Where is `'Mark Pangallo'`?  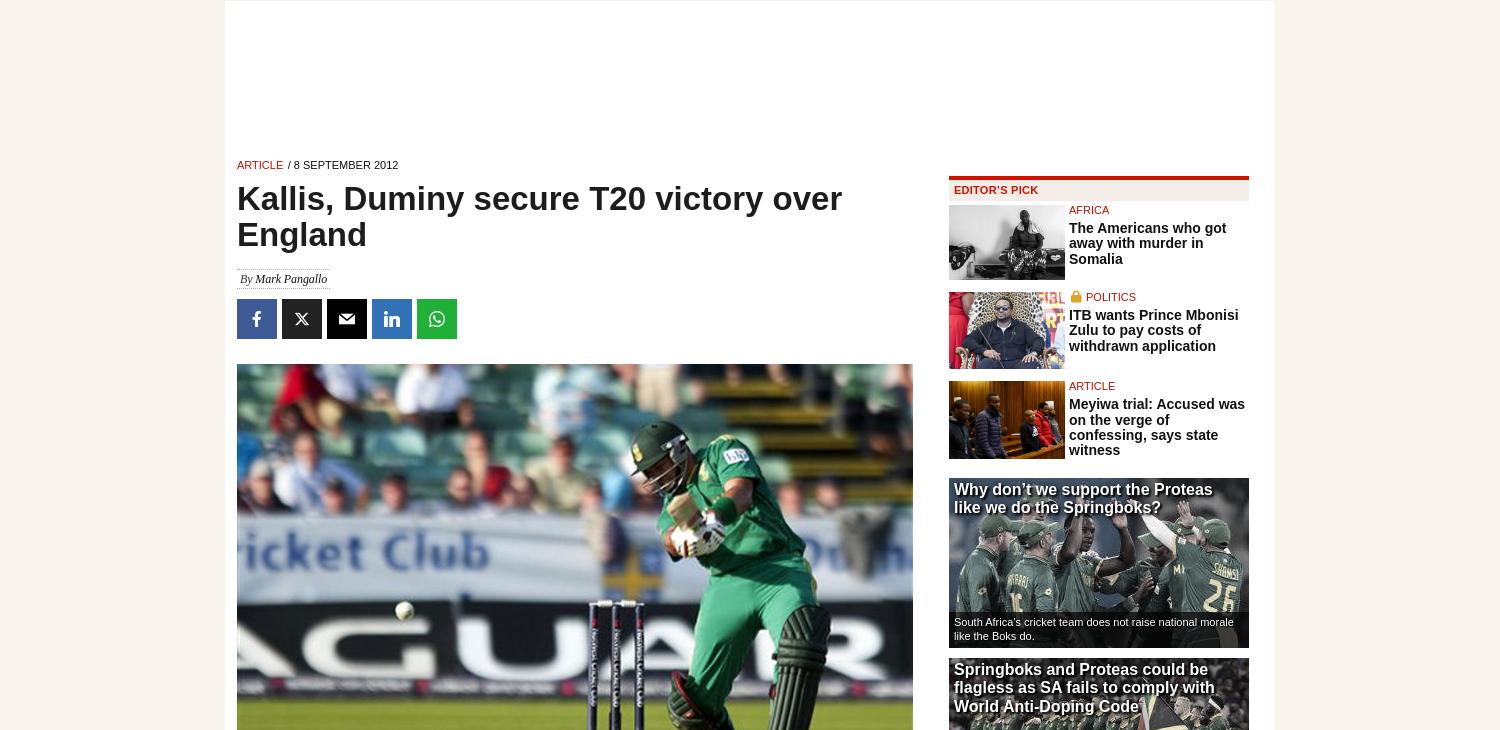 'Mark Pangallo' is located at coordinates (465, 634).